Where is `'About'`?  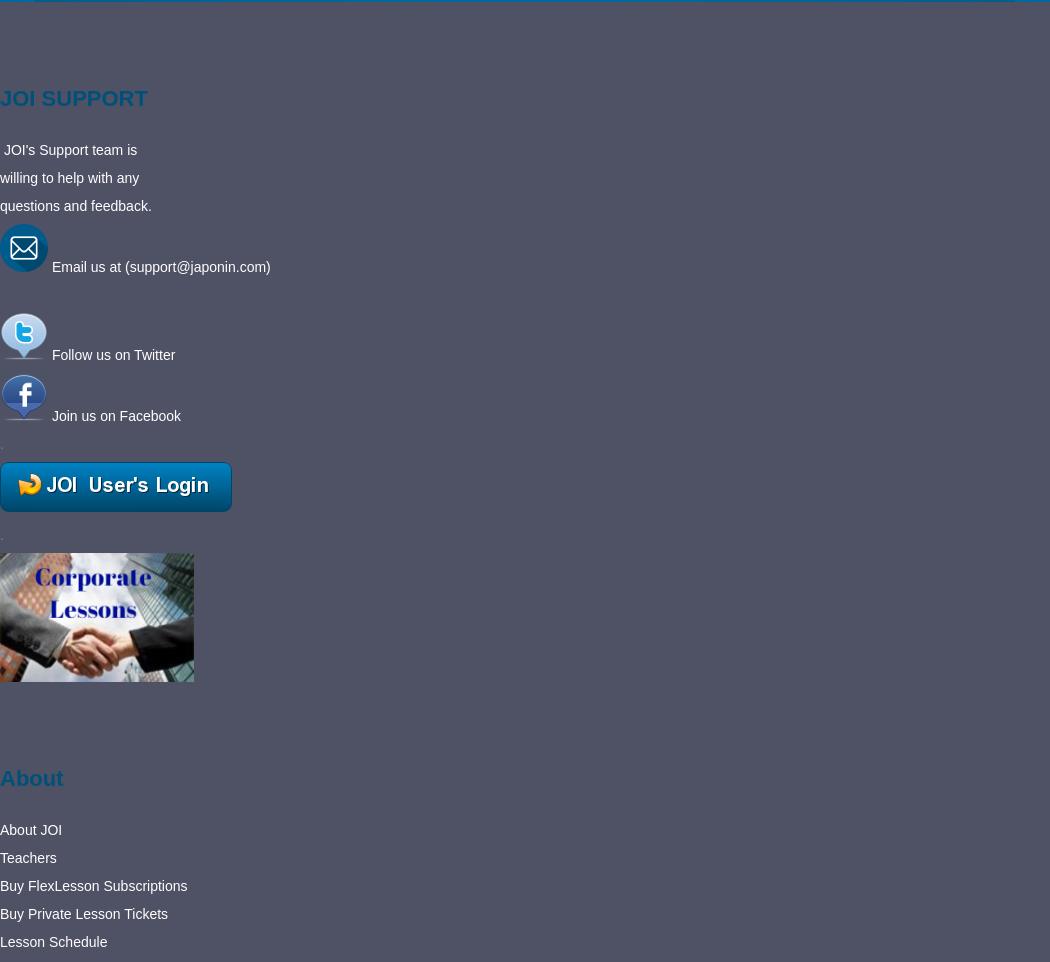
'About' is located at coordinates (31, 777).